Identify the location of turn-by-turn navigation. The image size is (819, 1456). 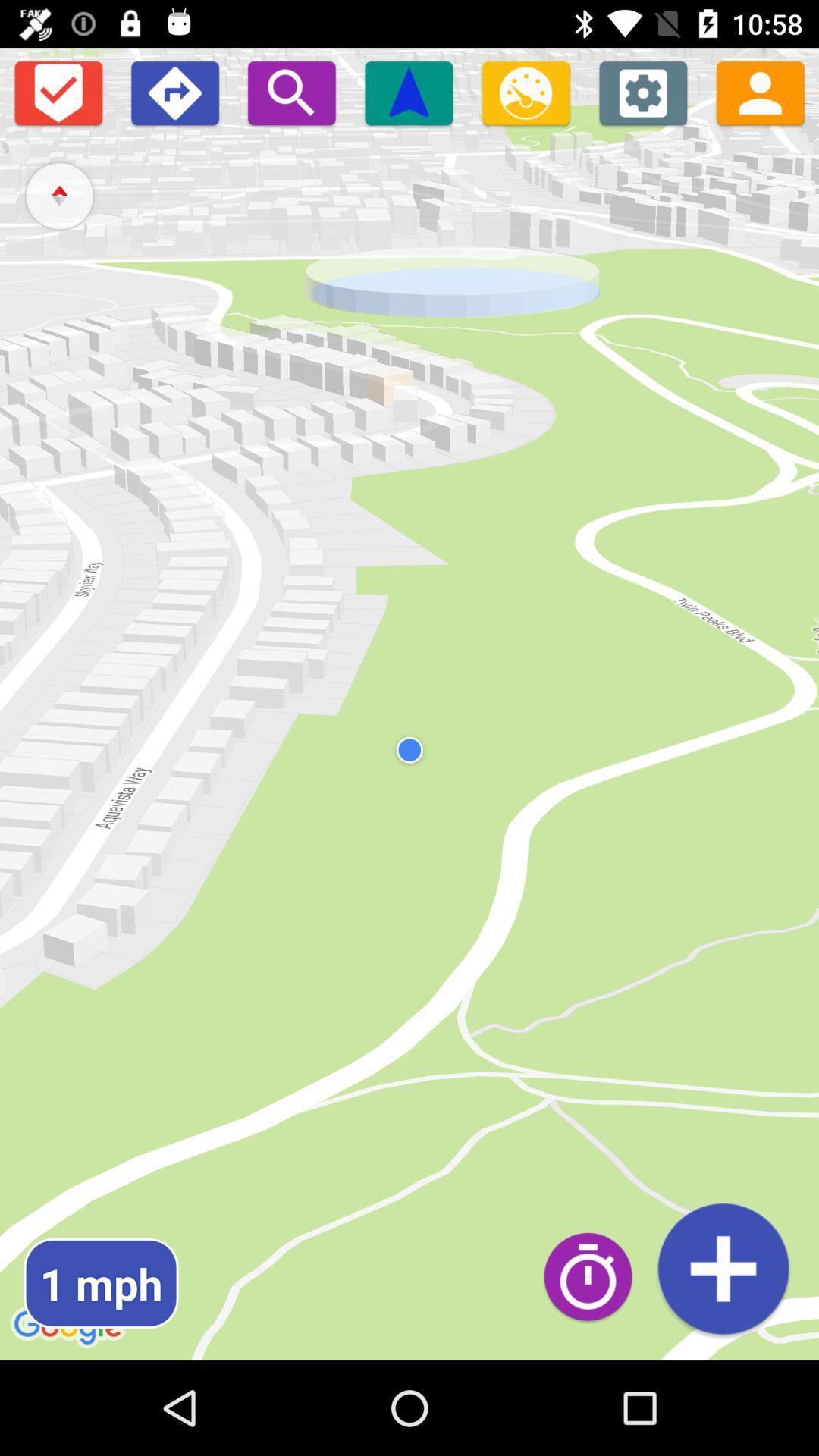
(174, 92).